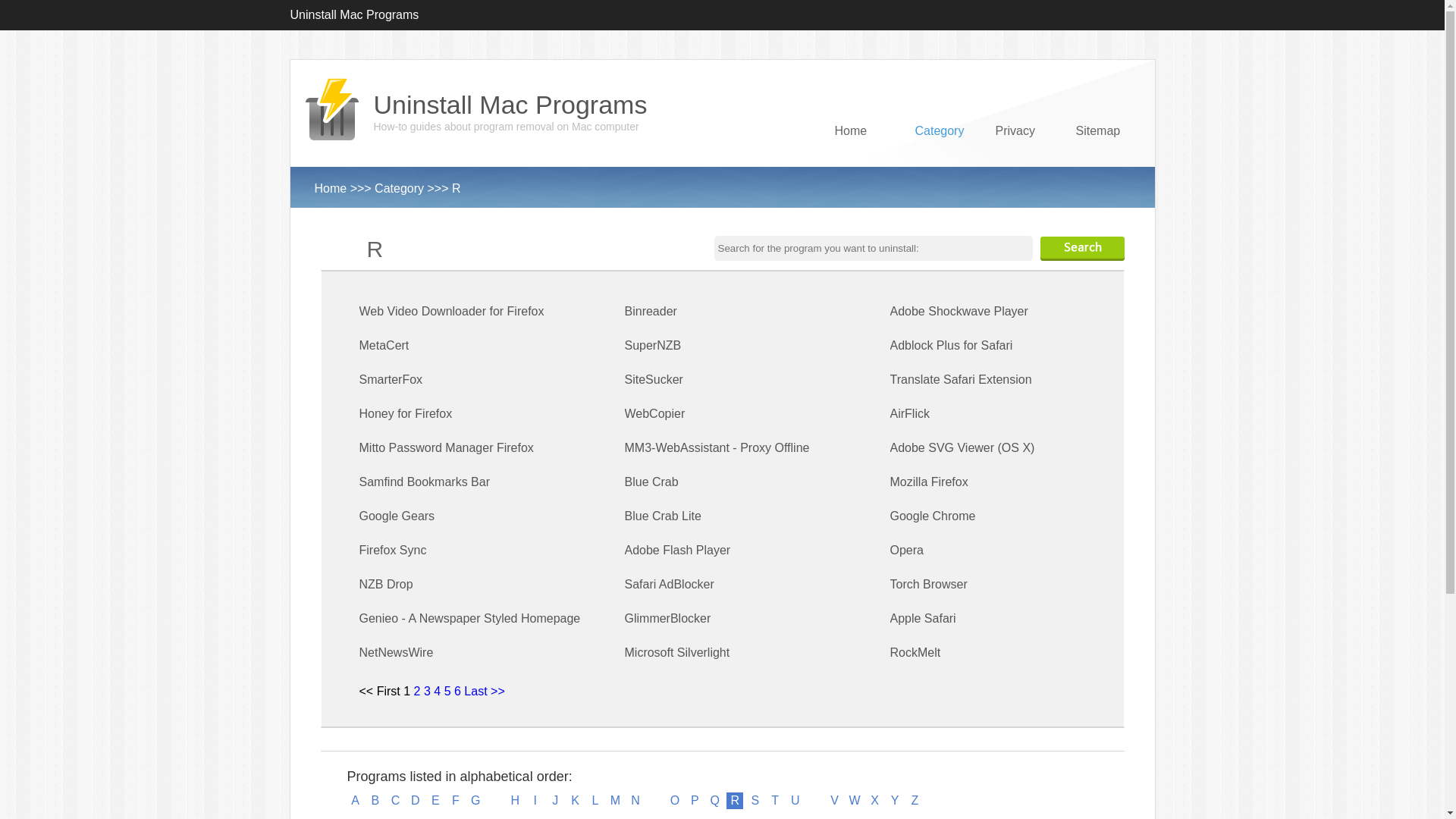 This screenshot has height=819, width=1456. Describe the element at coordinates (397, 651) in the screenshot. I see `'NetNewsWire'` at that location.